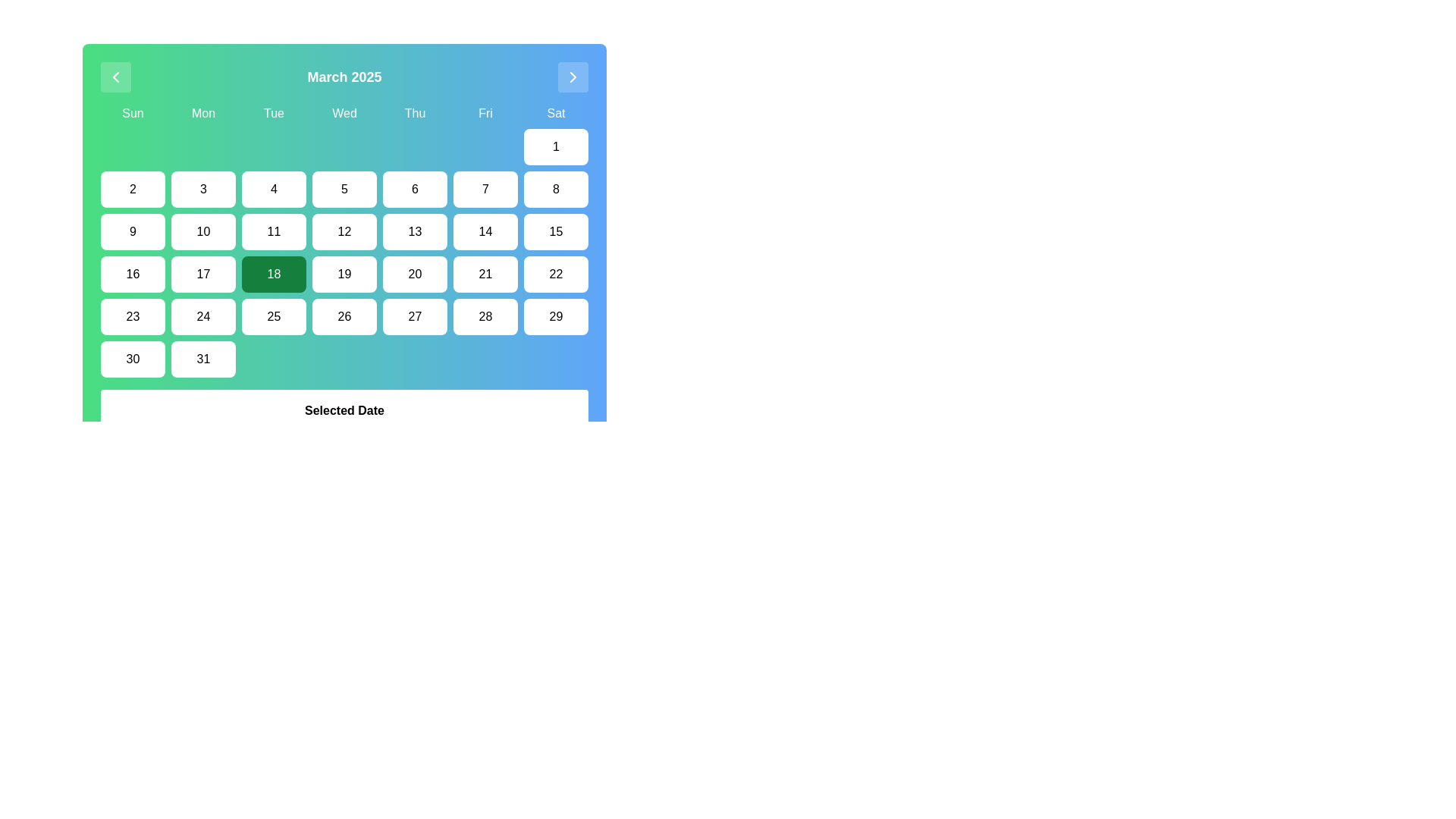  What do you see at coordinates (555, 113) in the screenshot?
I see `the text label displaying 'Sat', which is the seventh weekday abbreviation in the top row of the calendar grid, located at the top-right corner` at bounding box center [555, 113].